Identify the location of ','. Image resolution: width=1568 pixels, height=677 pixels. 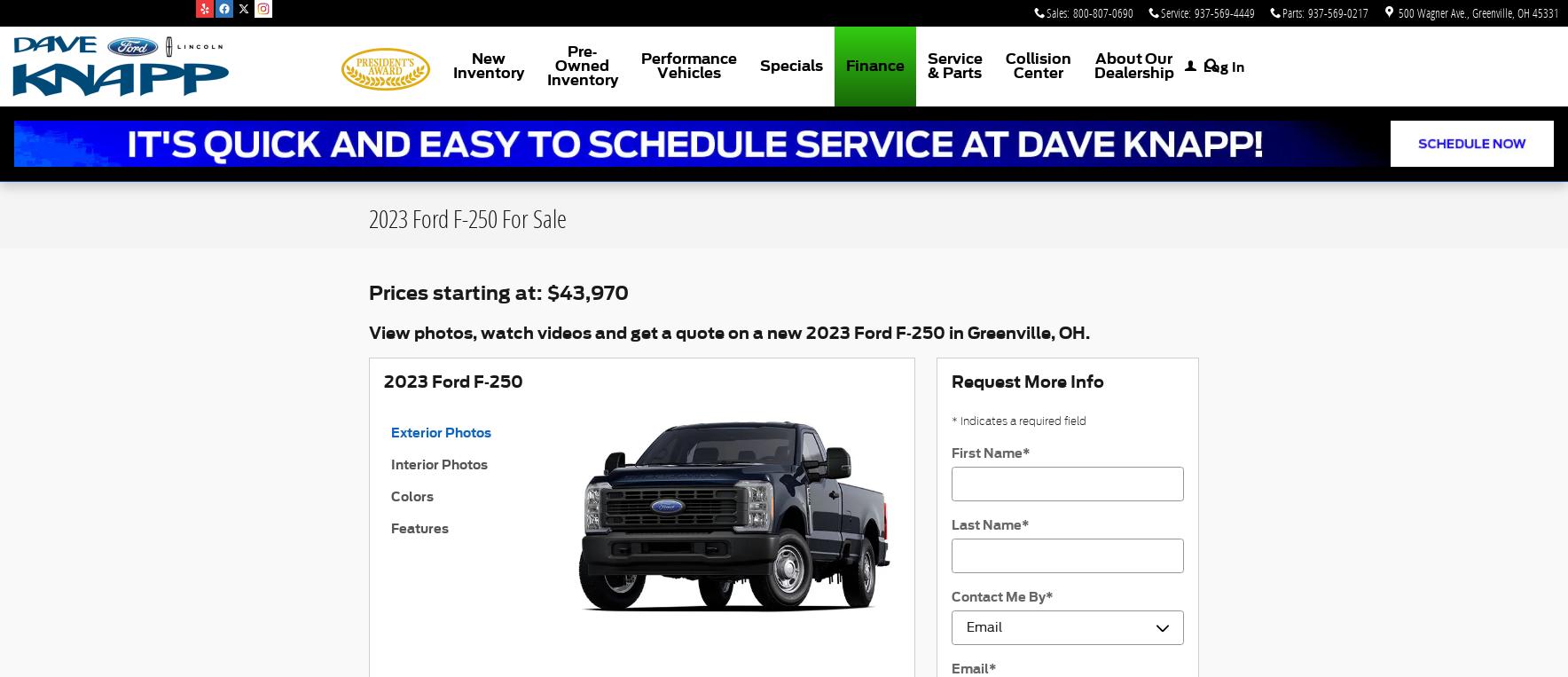
(1513, 12).